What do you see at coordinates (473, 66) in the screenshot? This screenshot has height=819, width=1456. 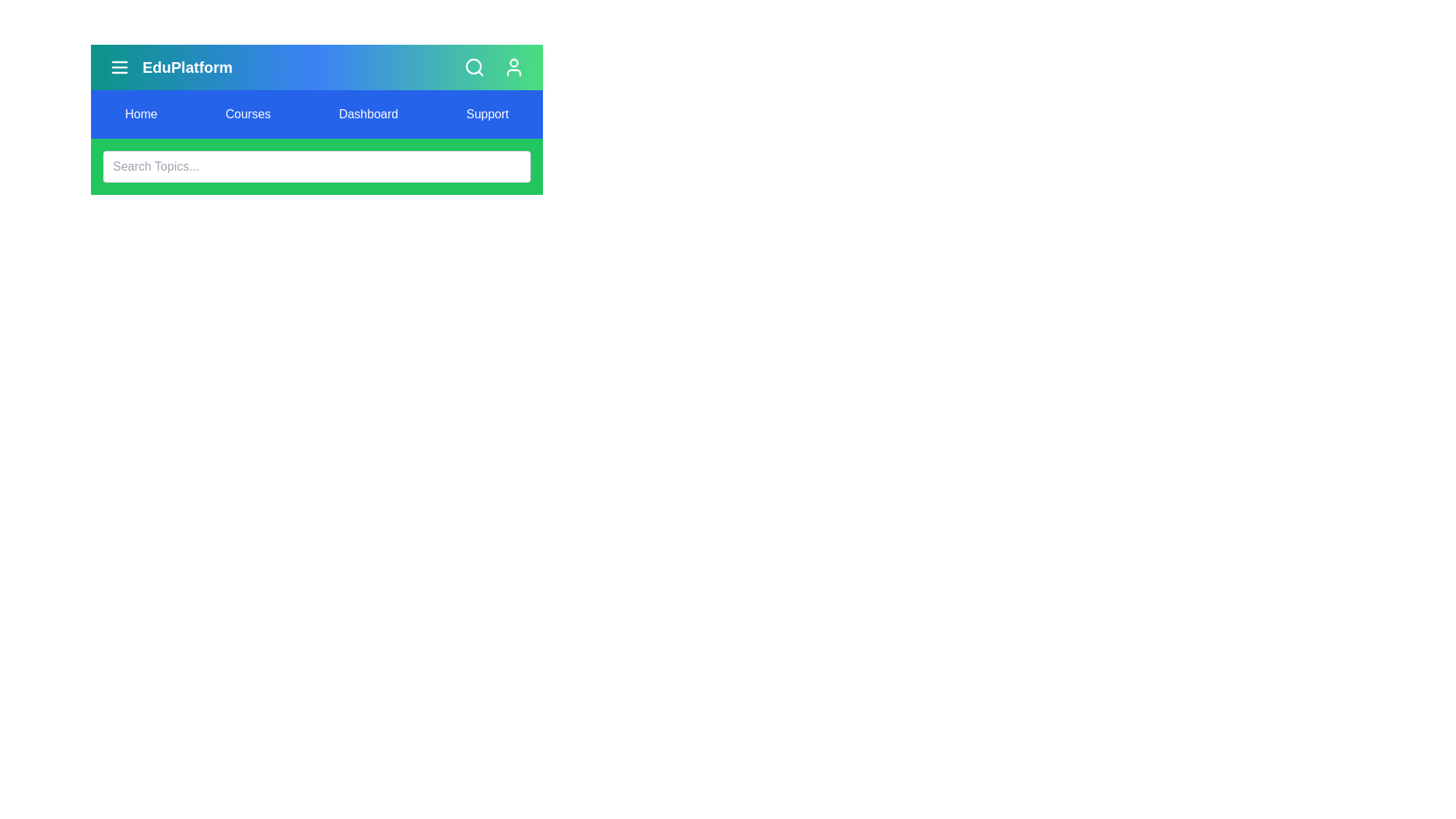 I see `the search icon to toggle the search bar visibility` at bounding box center [473, 66].